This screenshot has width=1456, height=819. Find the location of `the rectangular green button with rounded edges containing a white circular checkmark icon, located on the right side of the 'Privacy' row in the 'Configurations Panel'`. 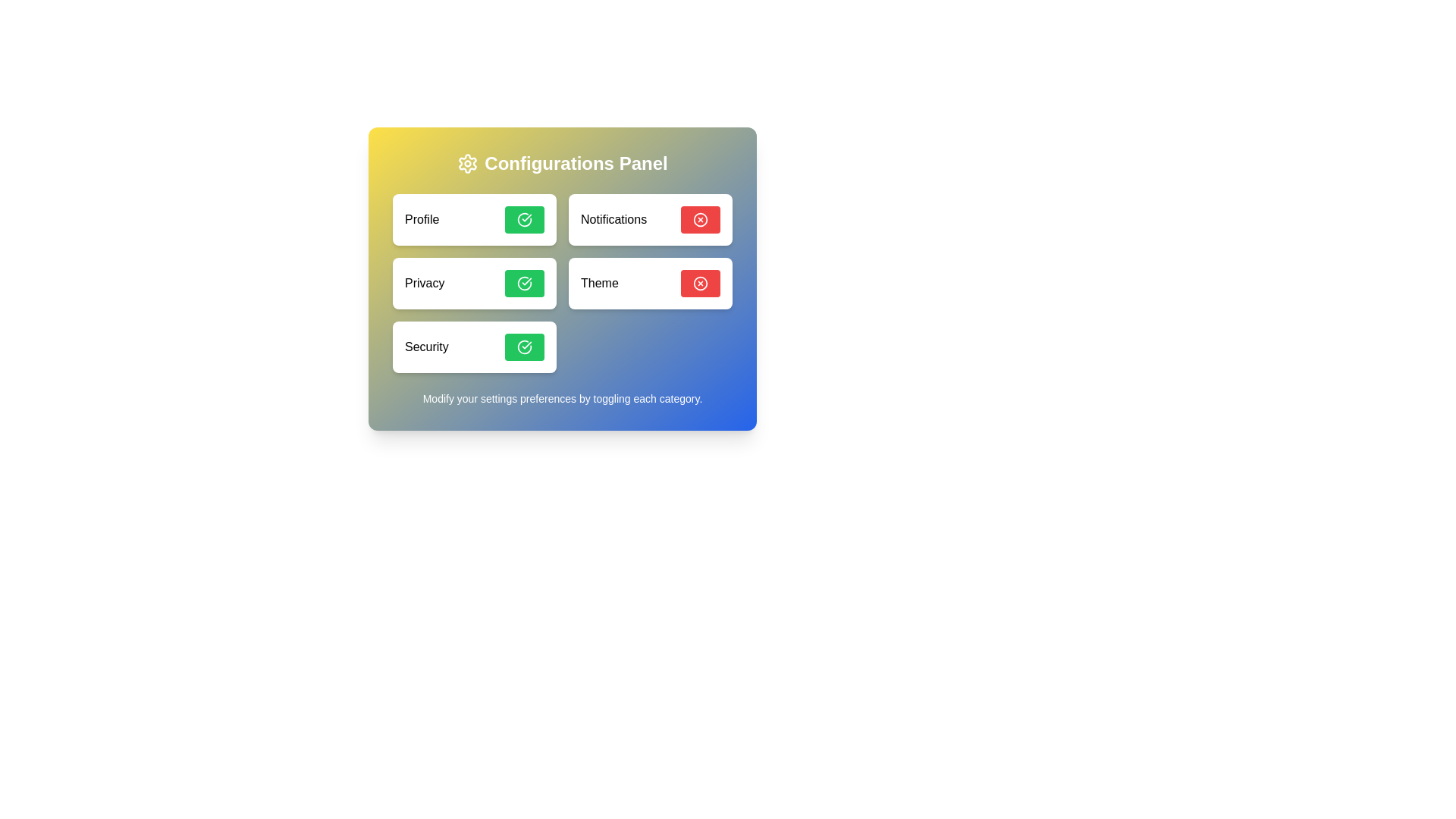

the rectangular green button with rounded edges containing a white circular checkmark icon, located on the right side of the 'Privacy' row in the 'Configurations Panel' is located at coordinates (524, 284).